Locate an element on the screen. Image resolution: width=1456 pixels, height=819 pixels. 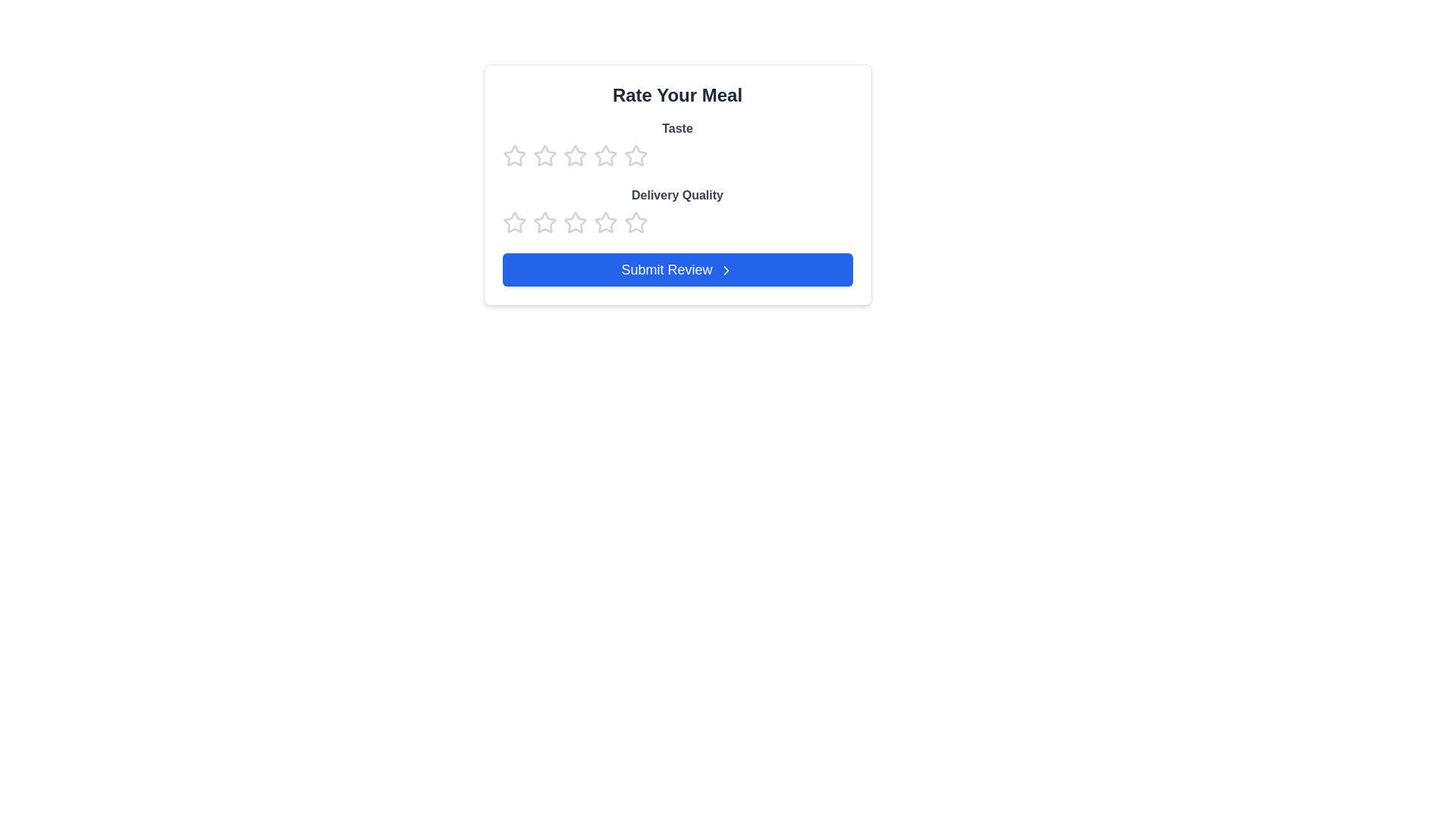
the first star in the second row of rating stars under the 'Delivery Quality' label to indicate a potential rating is located at coordinates (514, 222).